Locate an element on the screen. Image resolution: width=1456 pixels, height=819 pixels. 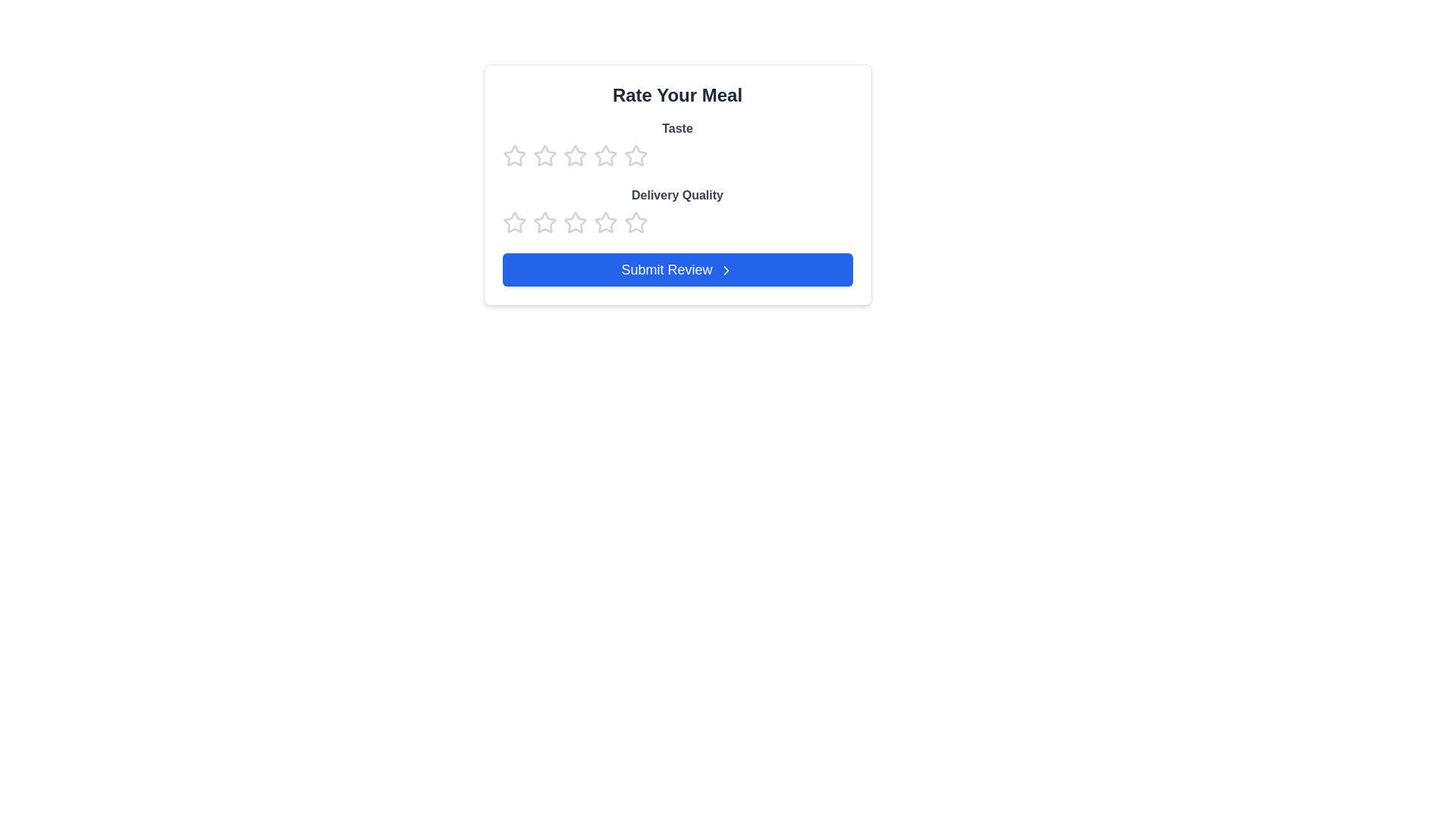
the first star in the second row of rating stars under the 'Delivery Quality' label to indicate a potential rating is located at coordinates (514, 222).